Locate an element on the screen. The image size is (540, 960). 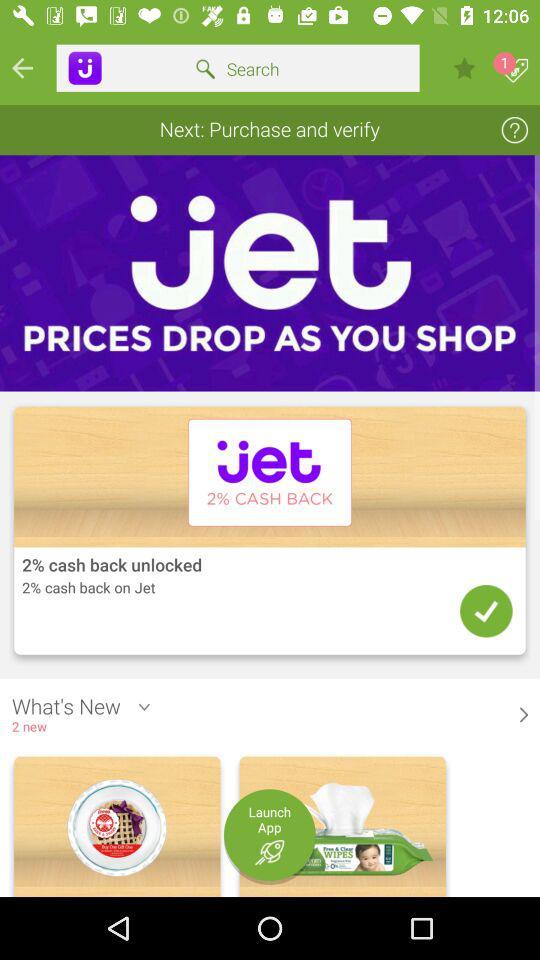
the button at the top right corner of the page is located at coordinates (516, 71).